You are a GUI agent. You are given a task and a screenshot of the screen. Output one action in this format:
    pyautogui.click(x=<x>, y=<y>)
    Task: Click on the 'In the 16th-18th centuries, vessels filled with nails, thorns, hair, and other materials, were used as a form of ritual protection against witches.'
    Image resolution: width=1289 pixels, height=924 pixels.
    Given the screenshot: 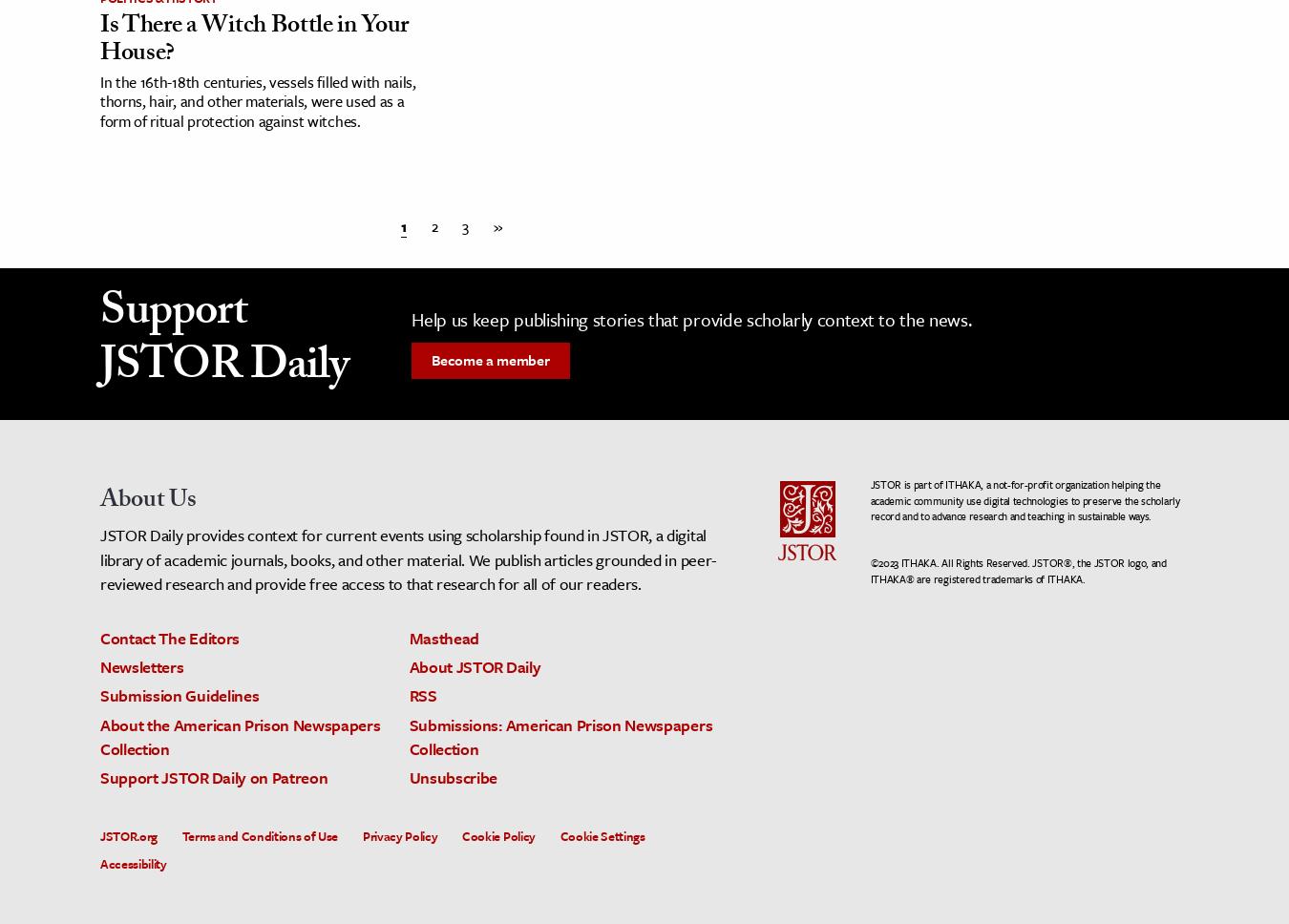 What is the action you would take?
    pyautogui.click(x=99, y=100)
    